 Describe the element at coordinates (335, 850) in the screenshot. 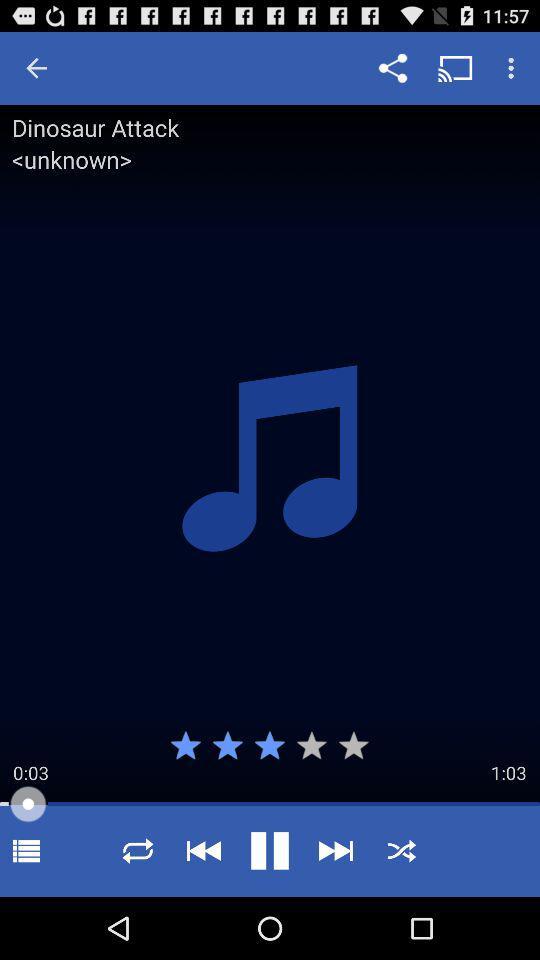

I see `forward button` at that location.